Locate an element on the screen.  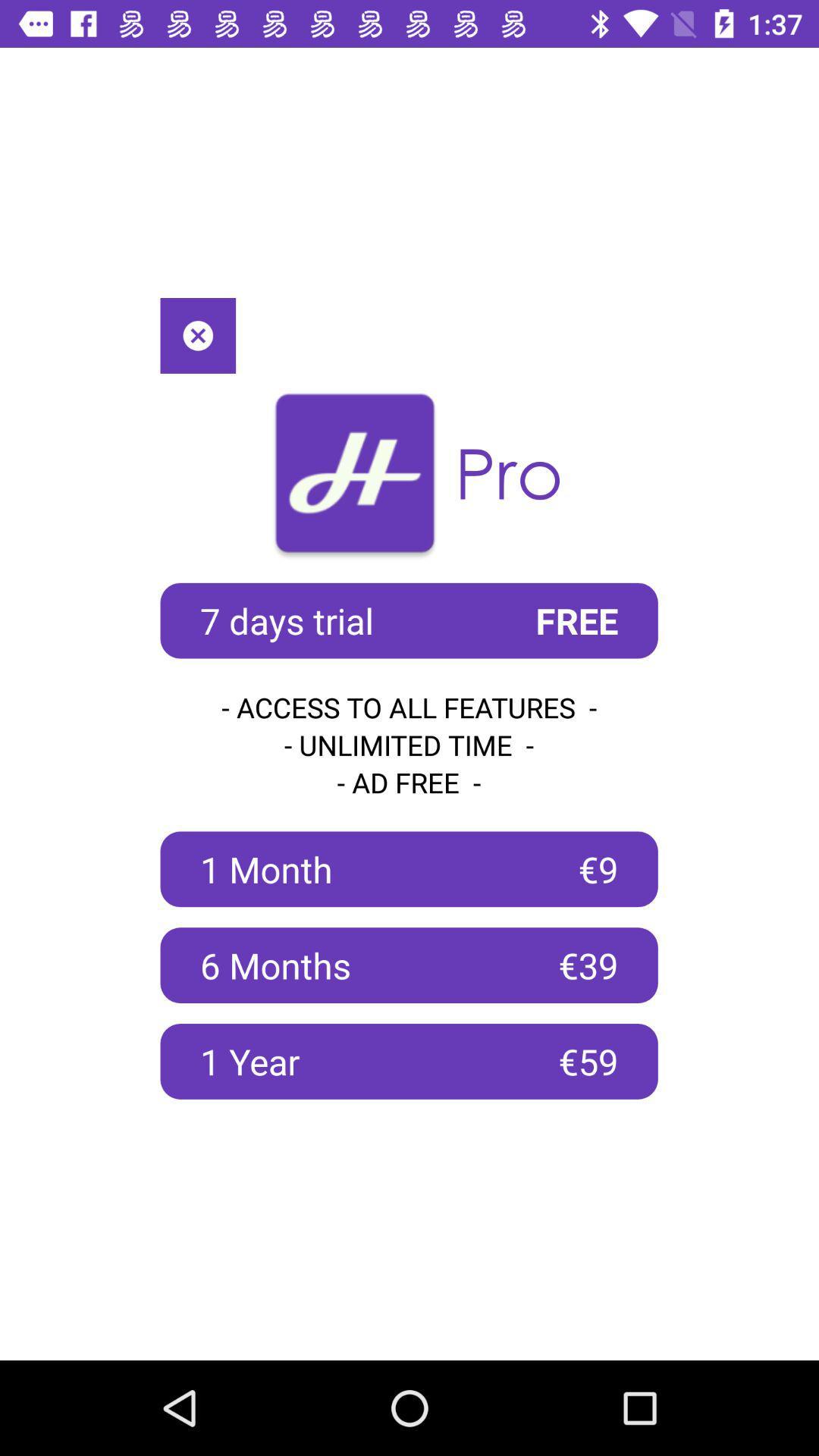
the program is located at coordinates (197, 334).